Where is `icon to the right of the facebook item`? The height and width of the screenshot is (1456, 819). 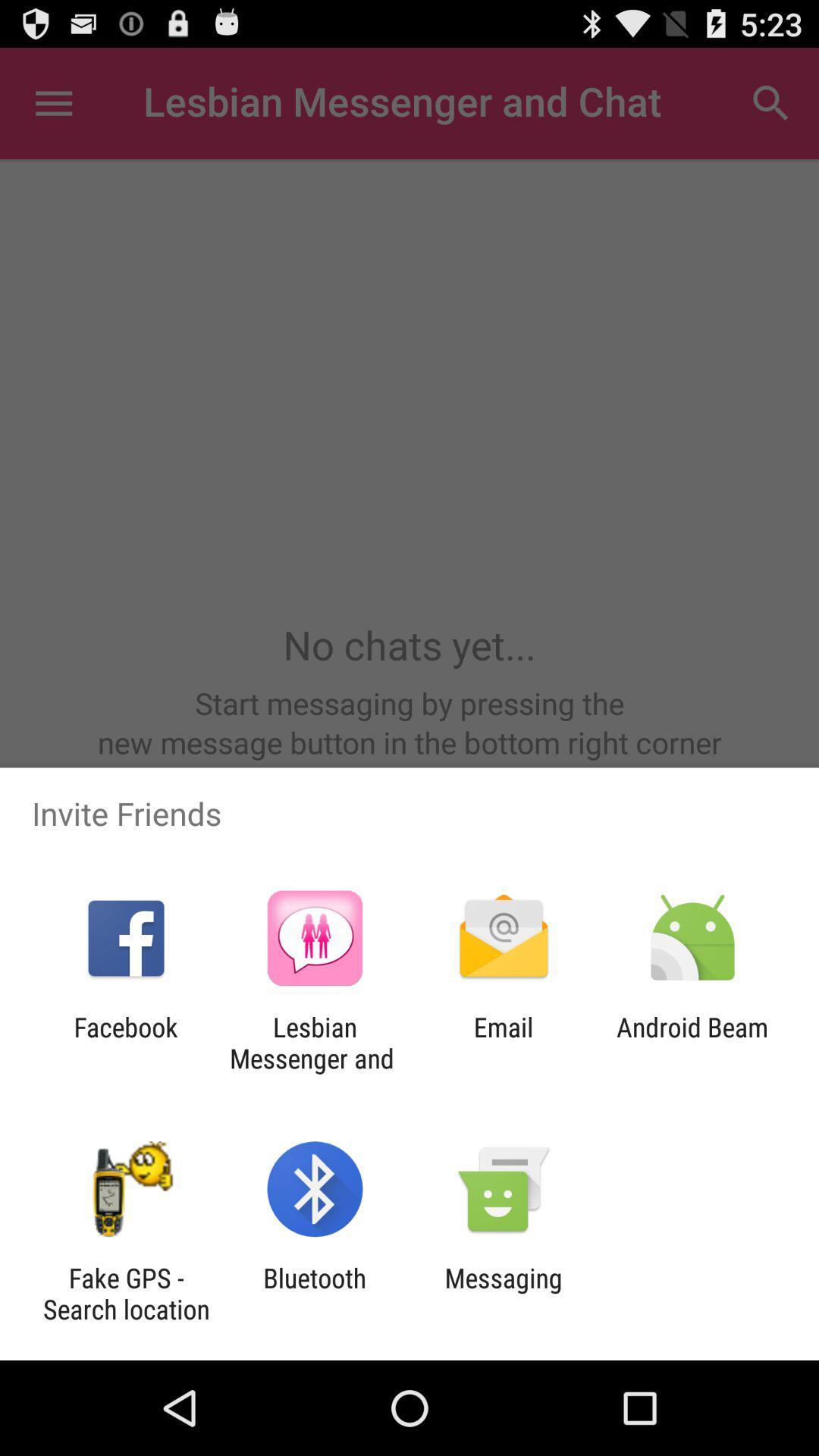 icon to the right of the facebook item is located at coordinates (314, 1042).